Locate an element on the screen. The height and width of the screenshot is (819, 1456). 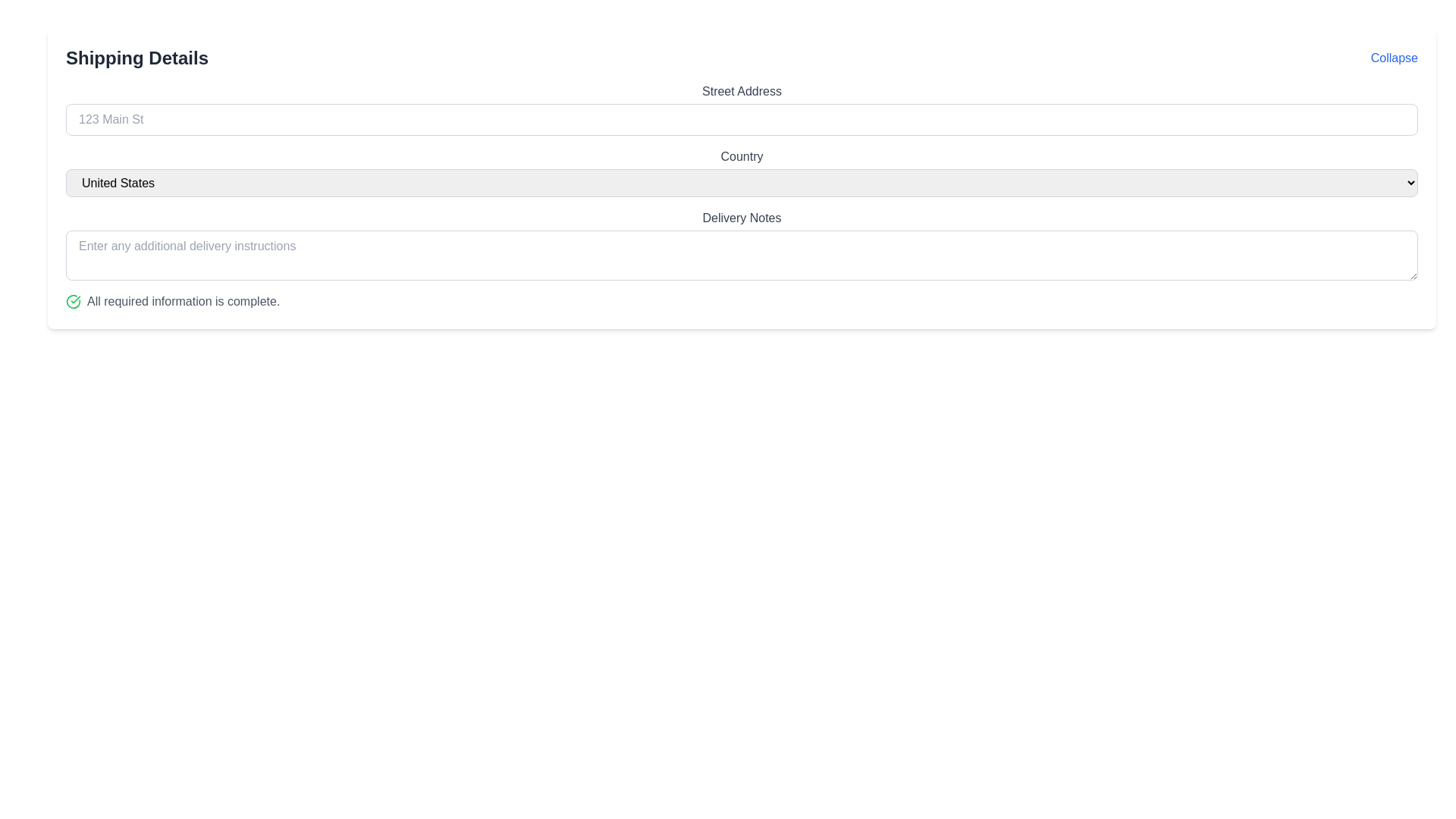
the success indicator icon located in the bottom-left corner of the text 'All required information is complete.' is located at coordinates (72, 301).